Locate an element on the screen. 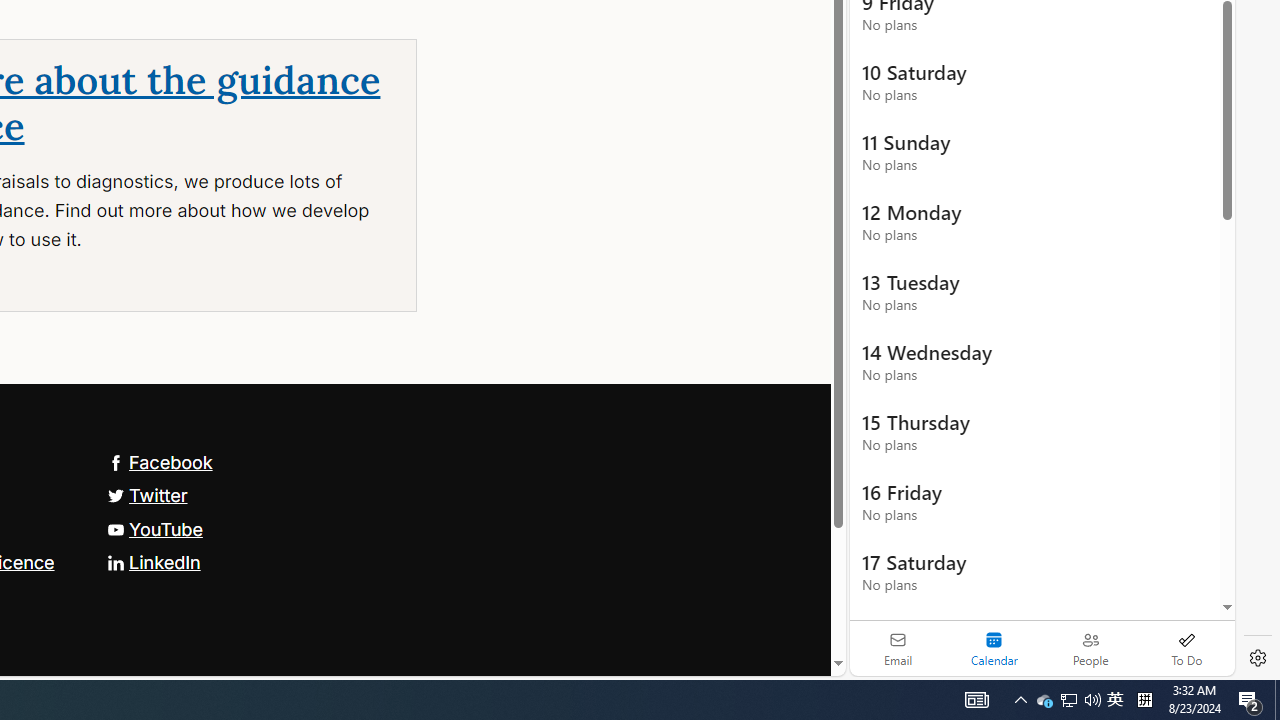 Image resolution: width=1280 pixels, height=720 pixels. 'To Do' is located at coordinates (1186, 648).